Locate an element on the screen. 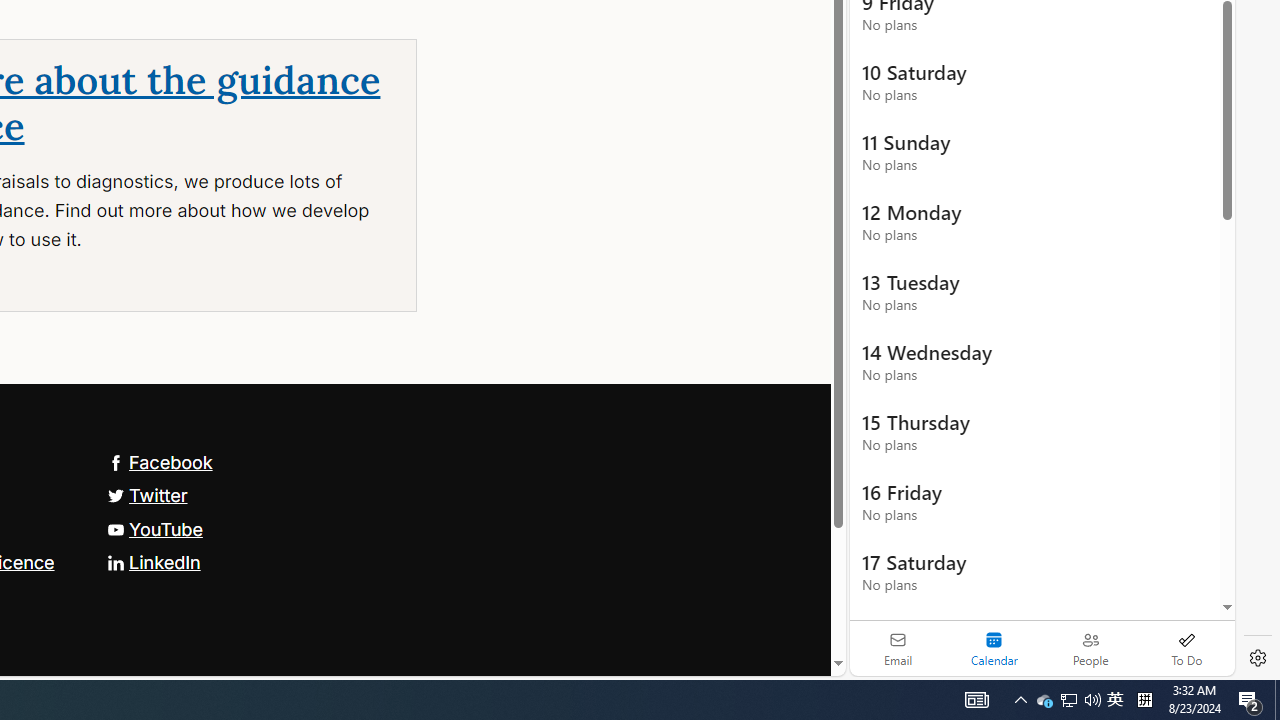 Image resolution: width=1280 pixels, height=720 pixels. 'To Do' is located at coordinates (1186, 648).